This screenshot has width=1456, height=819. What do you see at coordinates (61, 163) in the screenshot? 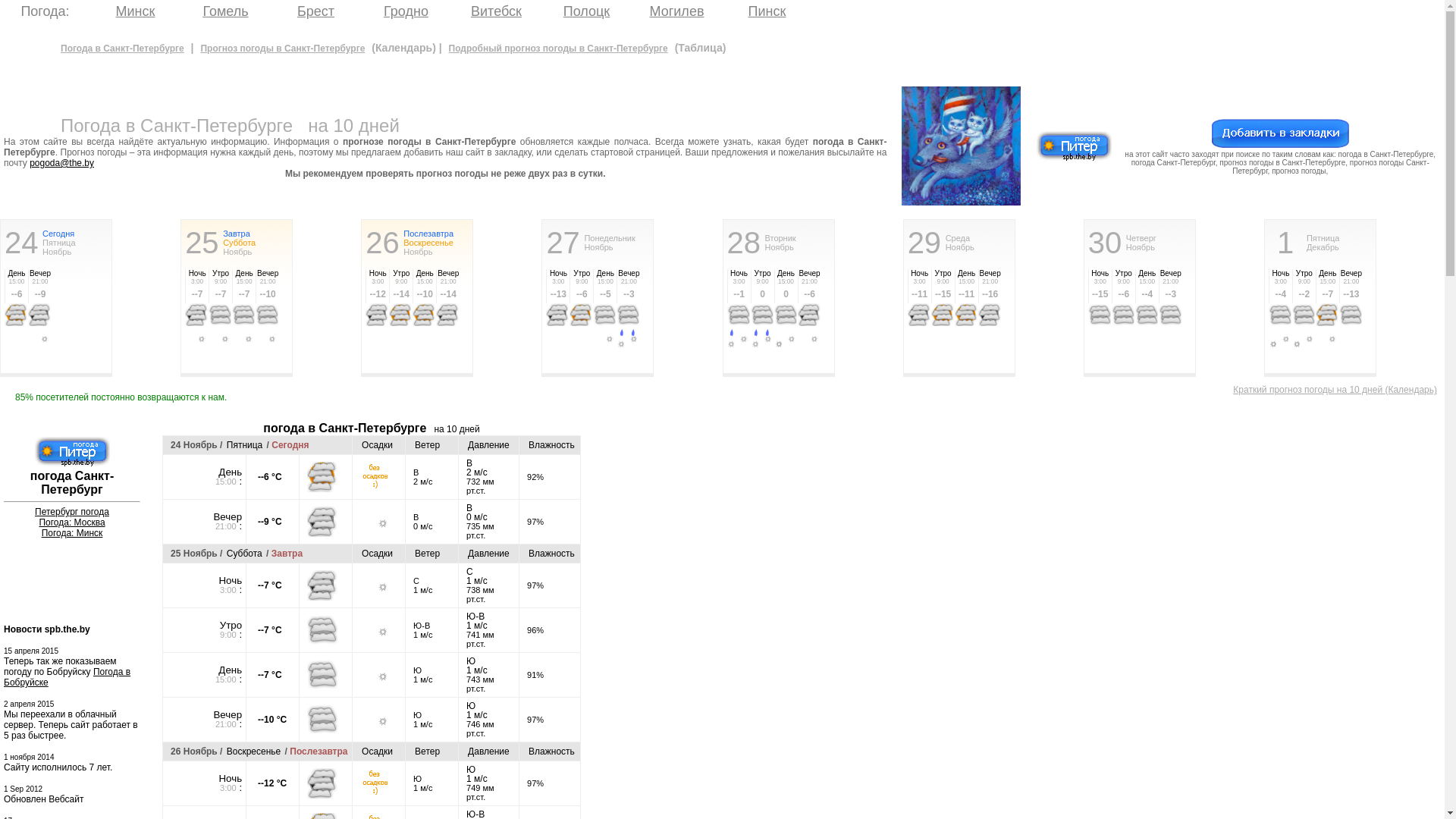
I see `'pogoda@the.by'` at bounding box center [61, 163].